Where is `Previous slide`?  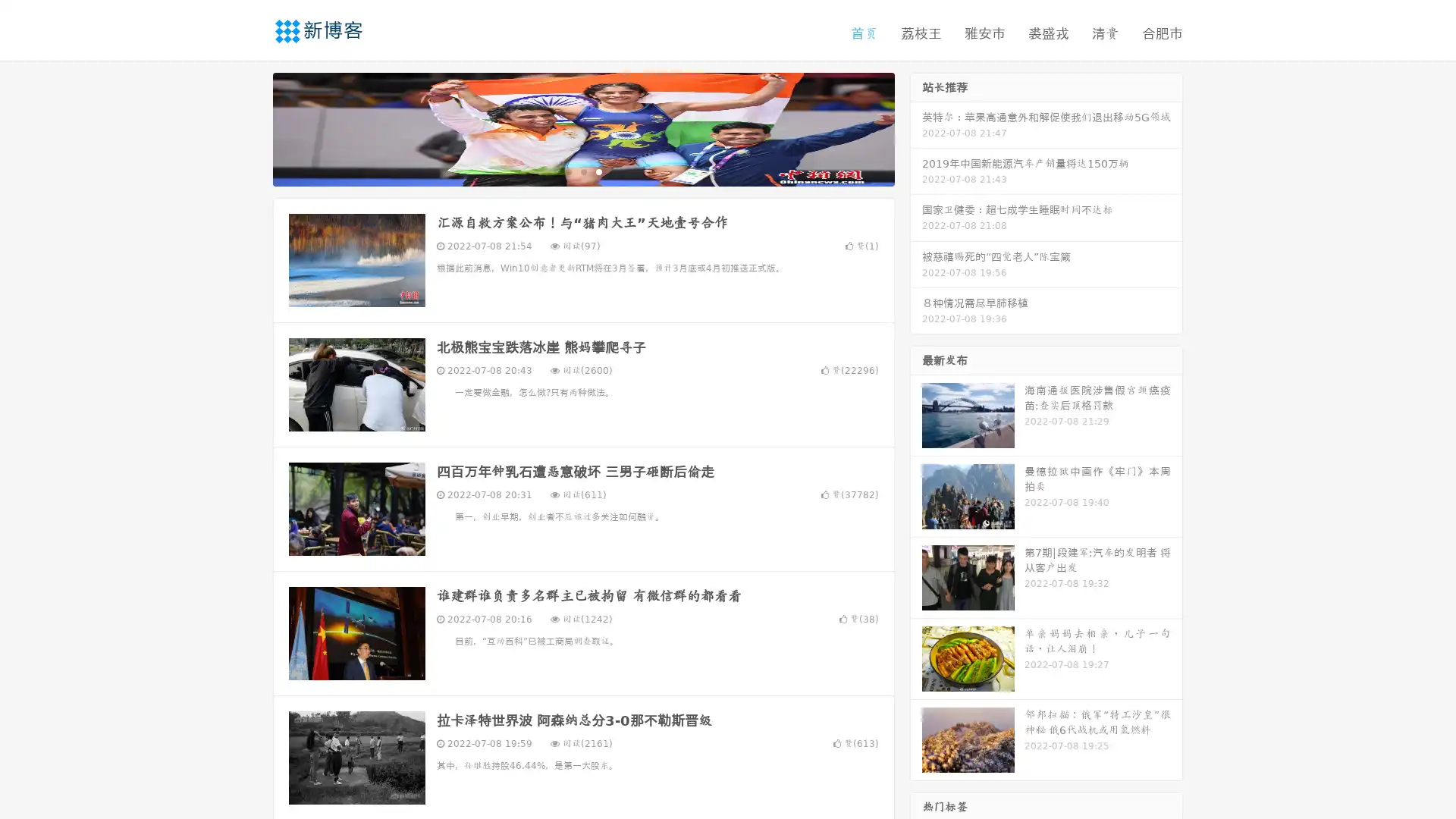 Previous slide is located at coordinates (250, 127).